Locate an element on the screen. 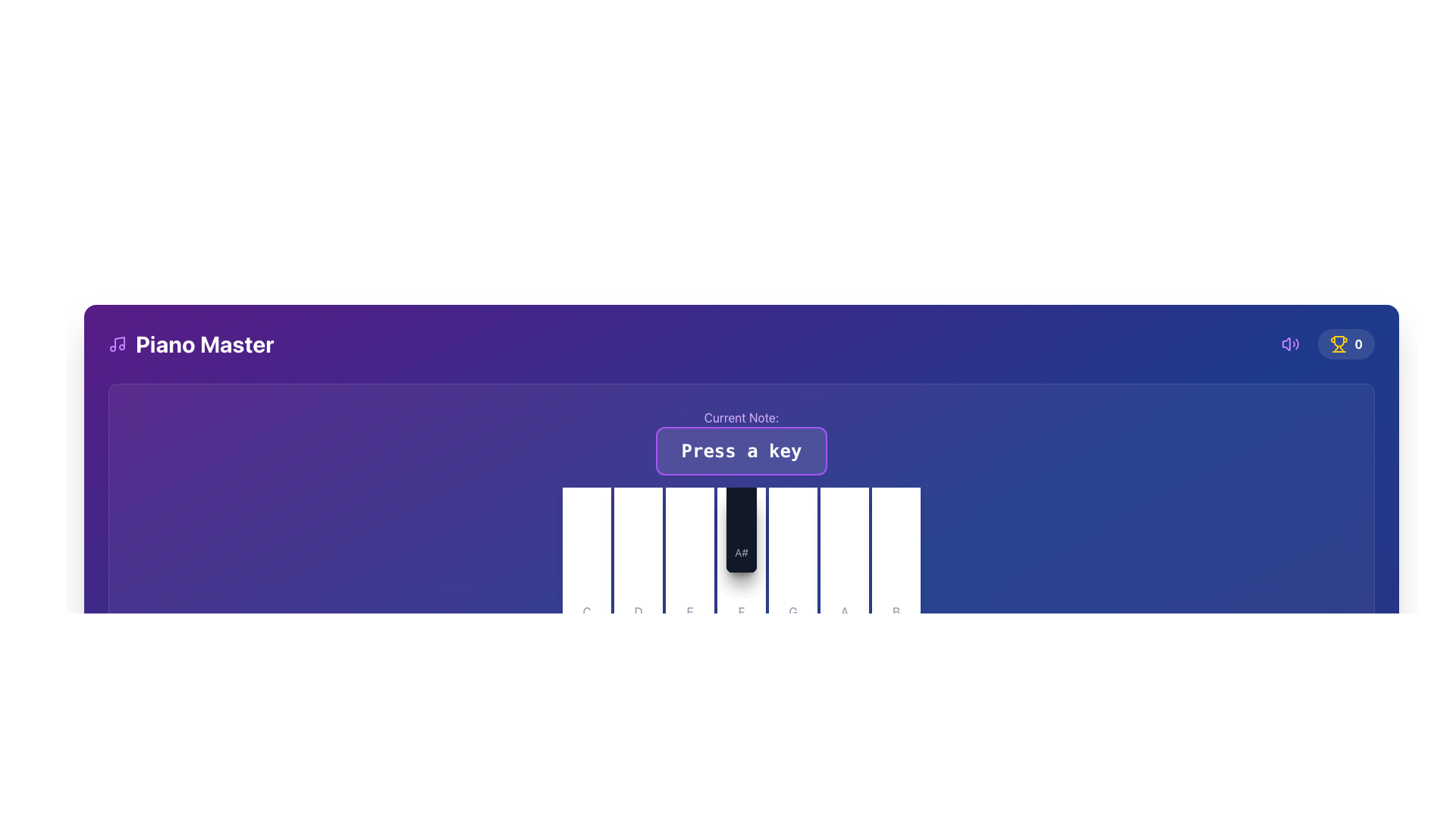  the text label displaying 'A#' in gray color located at the bottom-left position of the piano key for the musical note 'A#' is located at coordinates (742, 553).